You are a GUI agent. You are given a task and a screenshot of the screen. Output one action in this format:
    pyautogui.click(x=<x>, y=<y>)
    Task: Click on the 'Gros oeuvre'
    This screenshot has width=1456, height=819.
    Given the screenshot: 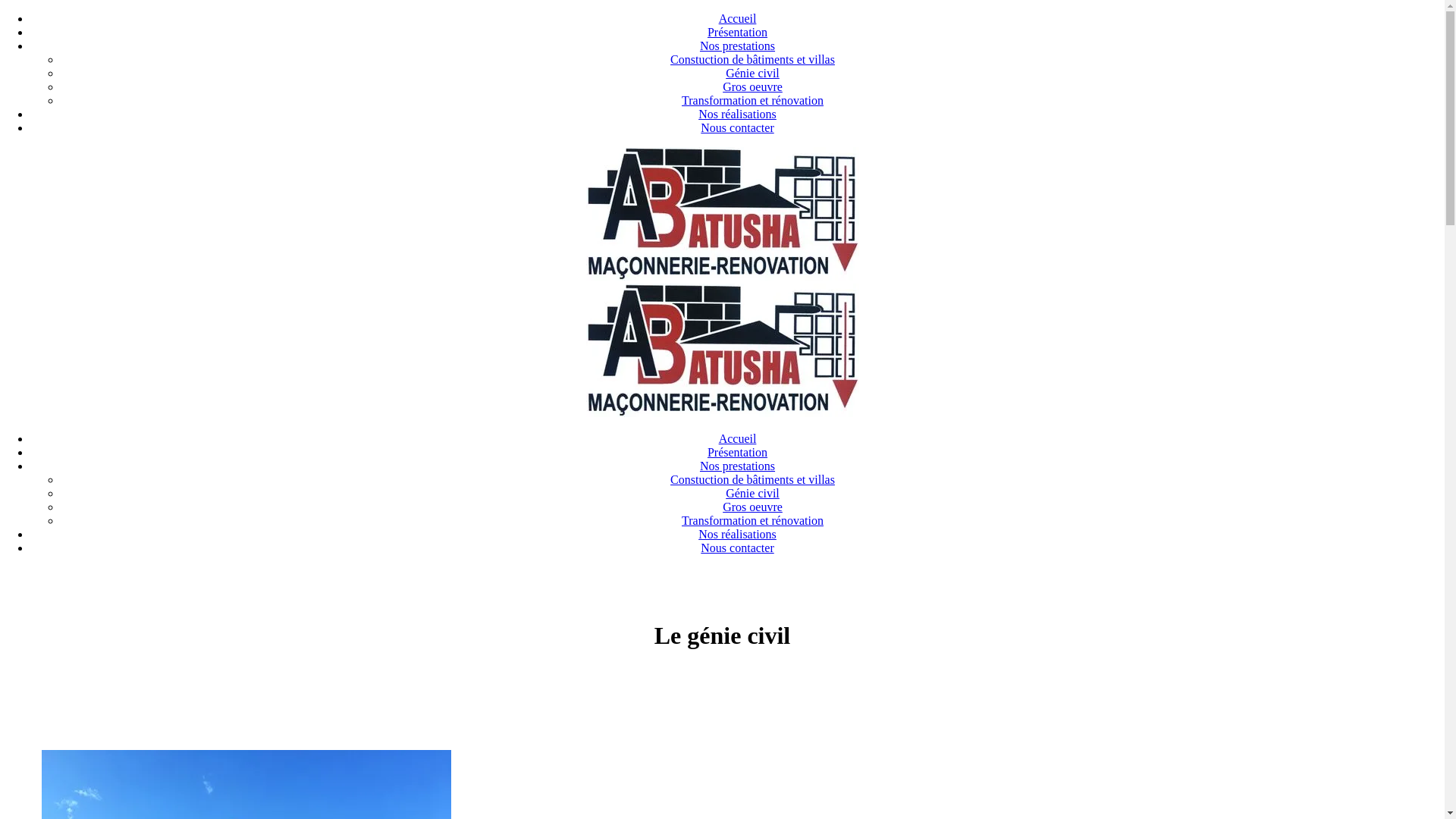 What is the action you would take?
    pyautogui.click(x=722, y=507)
    